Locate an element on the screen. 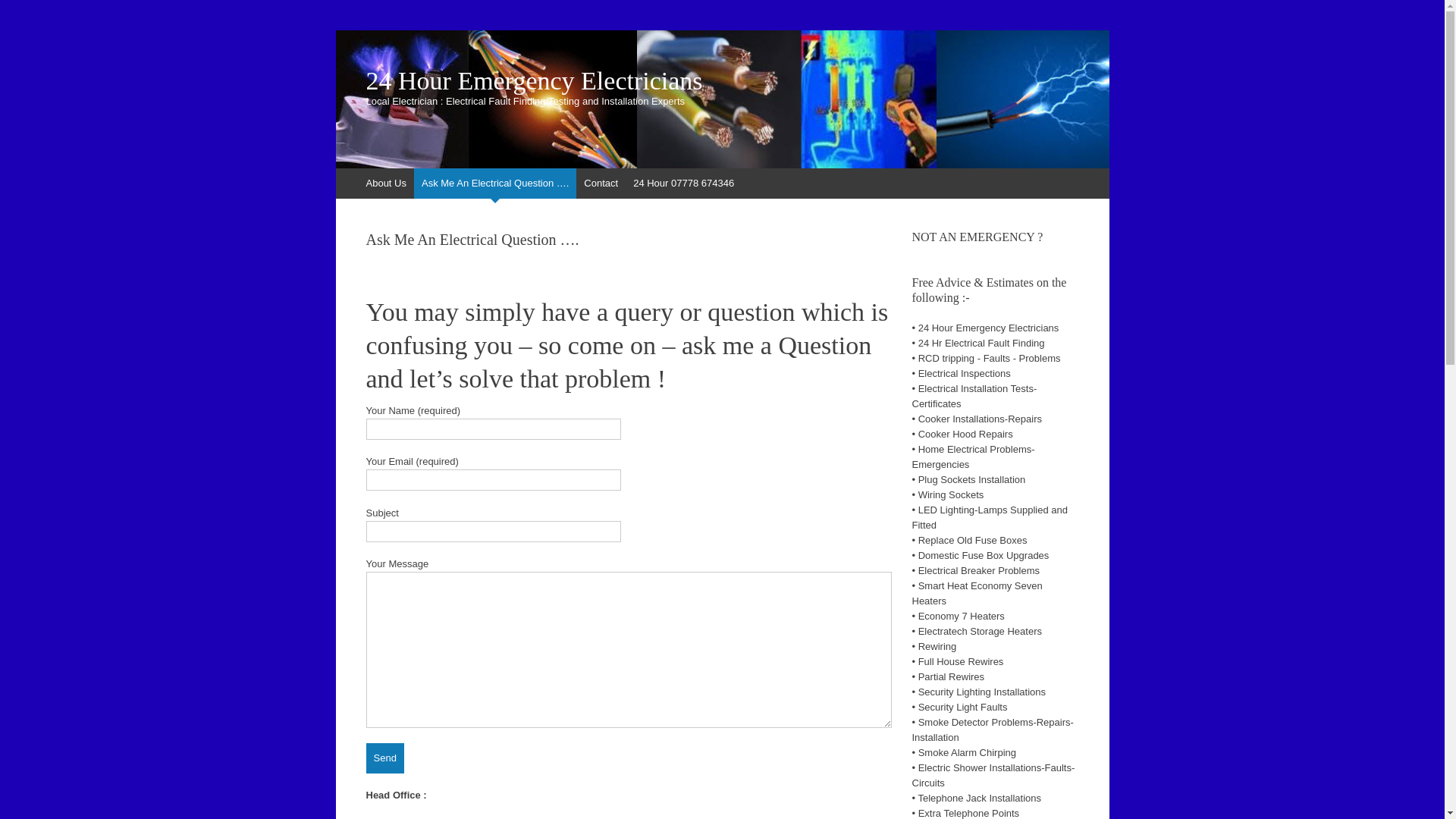  'Send' is located at coordinates (384, 758).